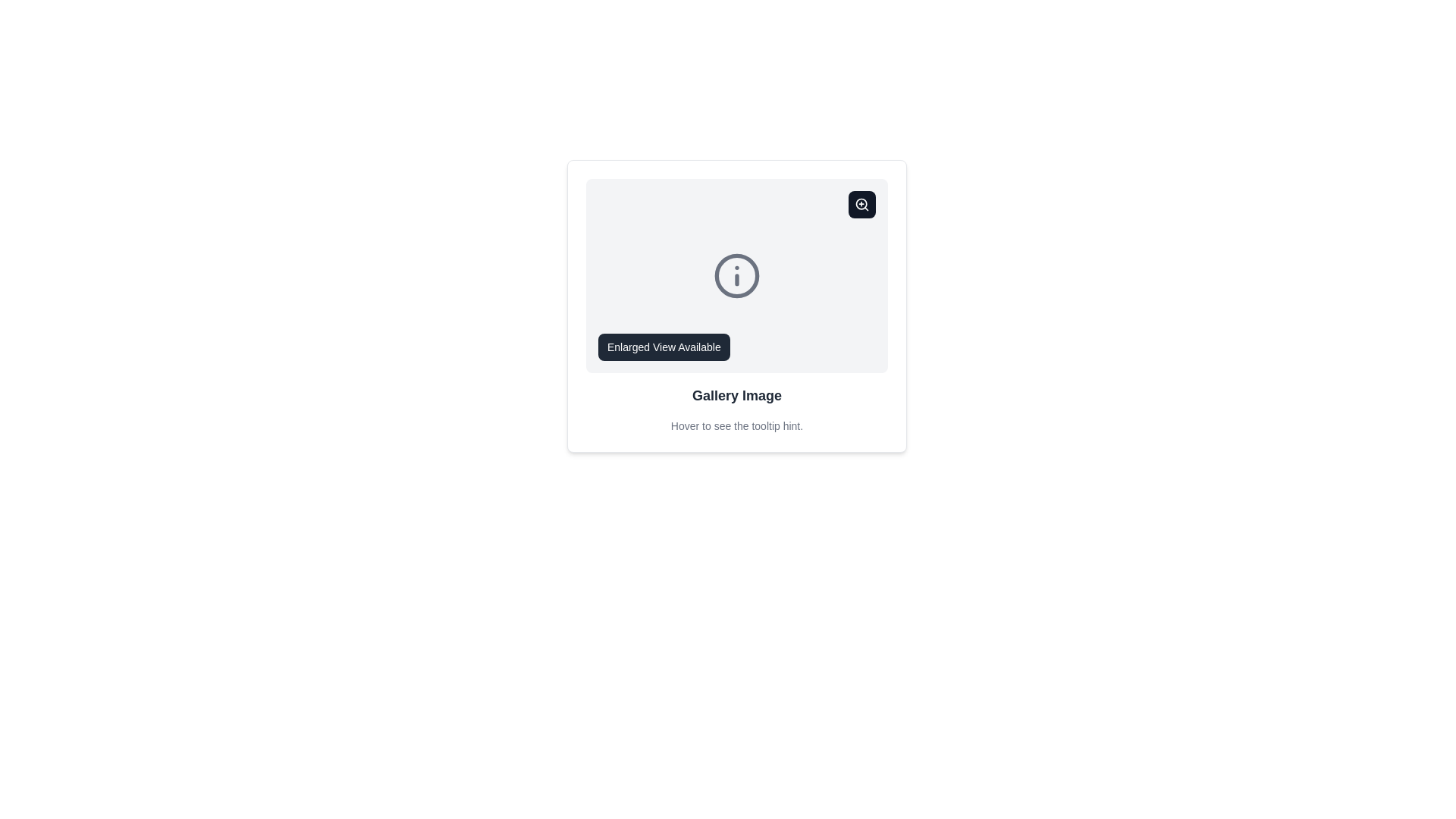 The height and width of the screenshot is (819, 1456). Describe the element at coordinates (861, 203) in the screenshot. I see `the decorative Circle element located in the top-right corner of the SVG icon within the gallery image section` at that location.